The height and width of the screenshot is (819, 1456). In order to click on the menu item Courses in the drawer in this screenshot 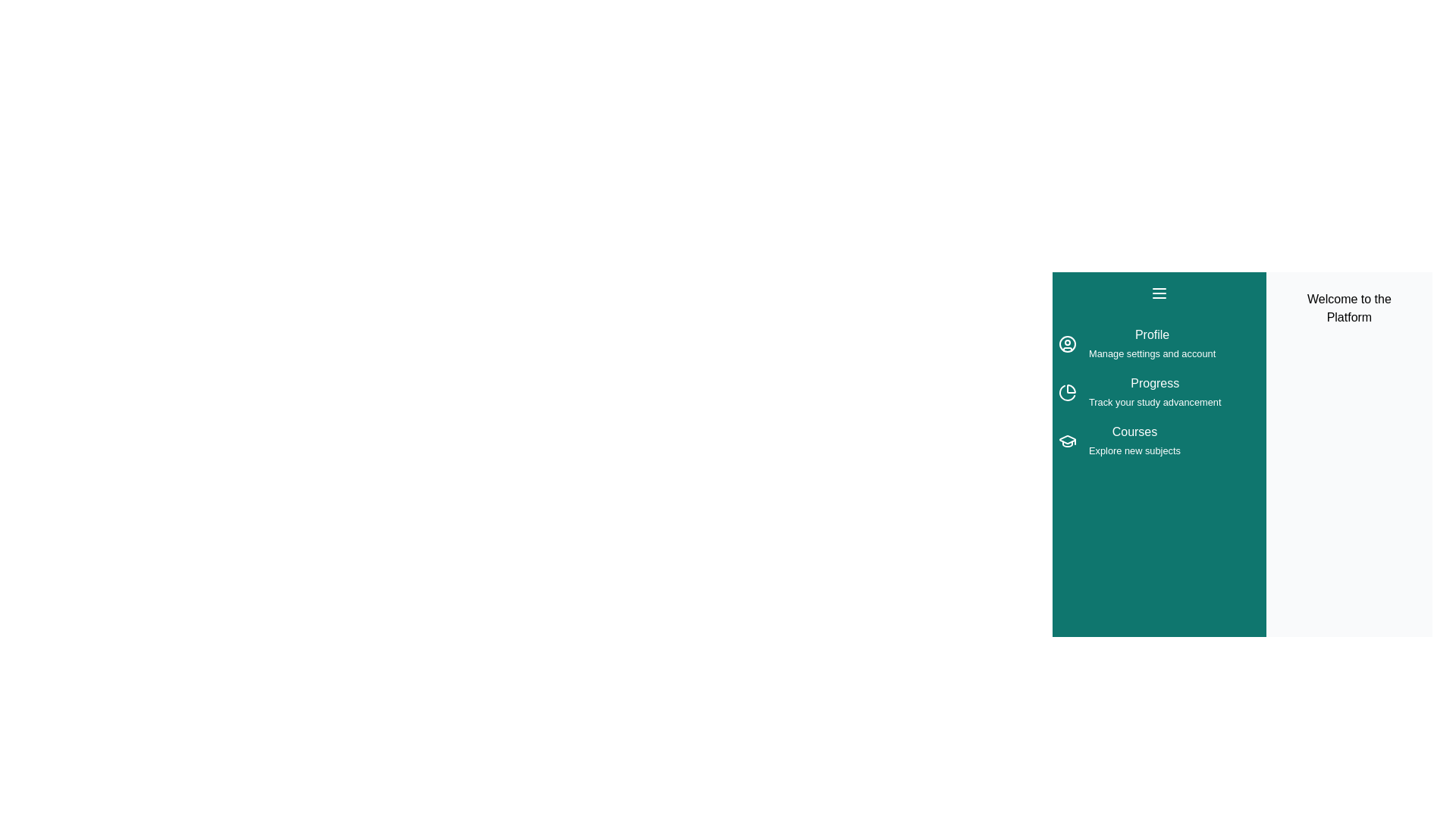, I will do `click(1158, 441)`.